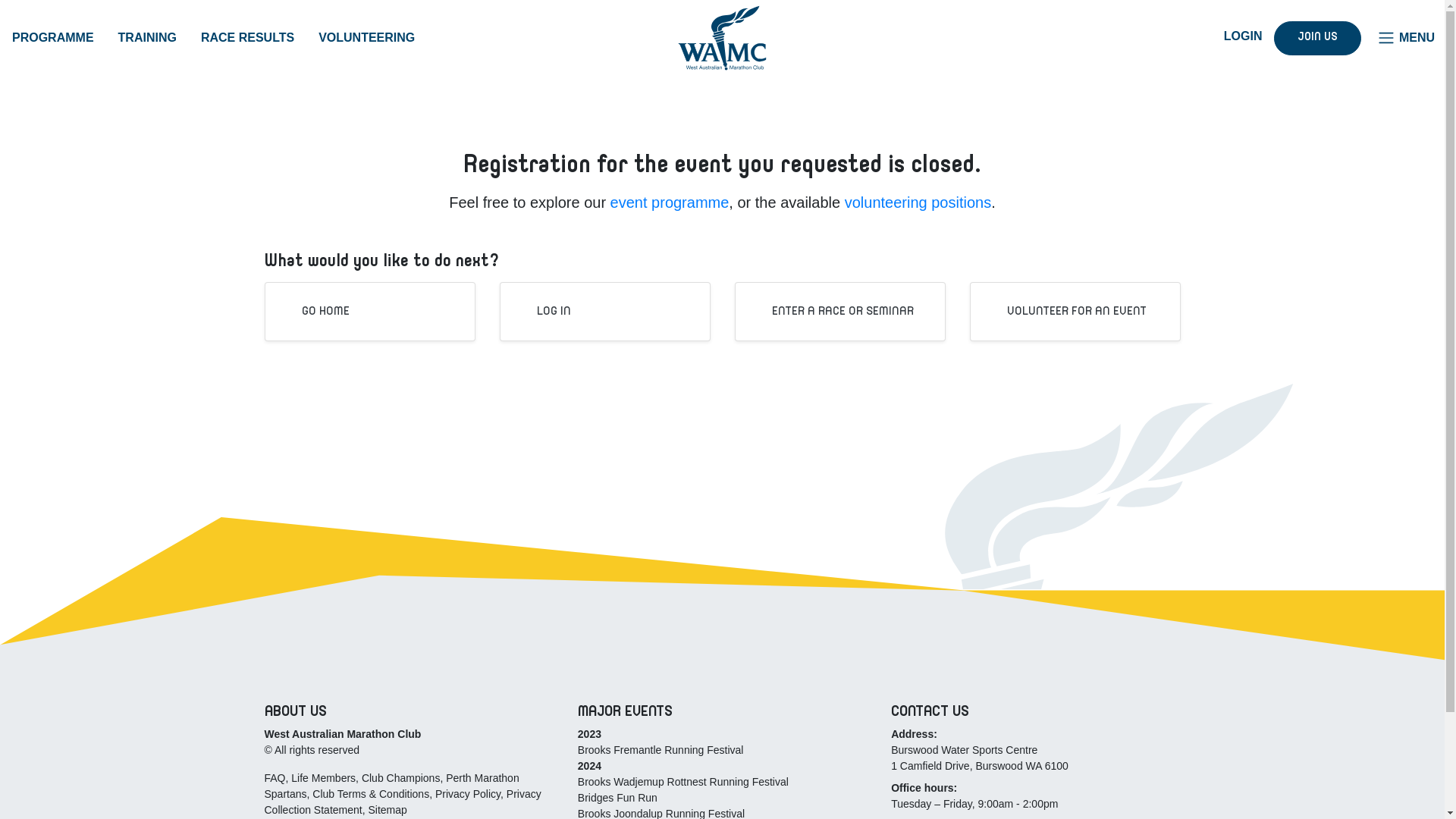 The width and height of the screenshot is (1456, 819). I want to click on 'event programme', so click(669, 201).